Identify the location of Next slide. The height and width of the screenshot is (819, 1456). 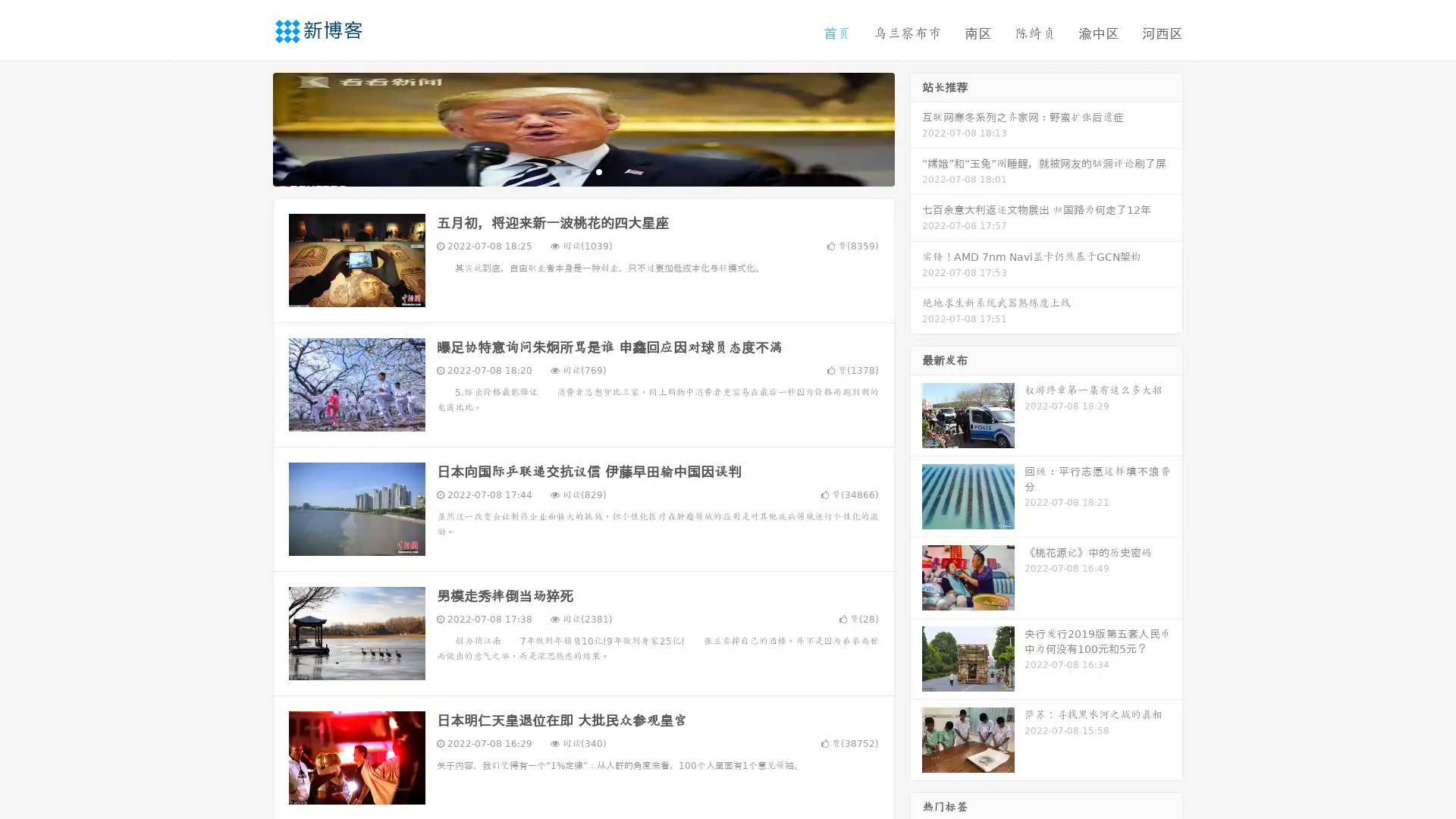
(916, 127).